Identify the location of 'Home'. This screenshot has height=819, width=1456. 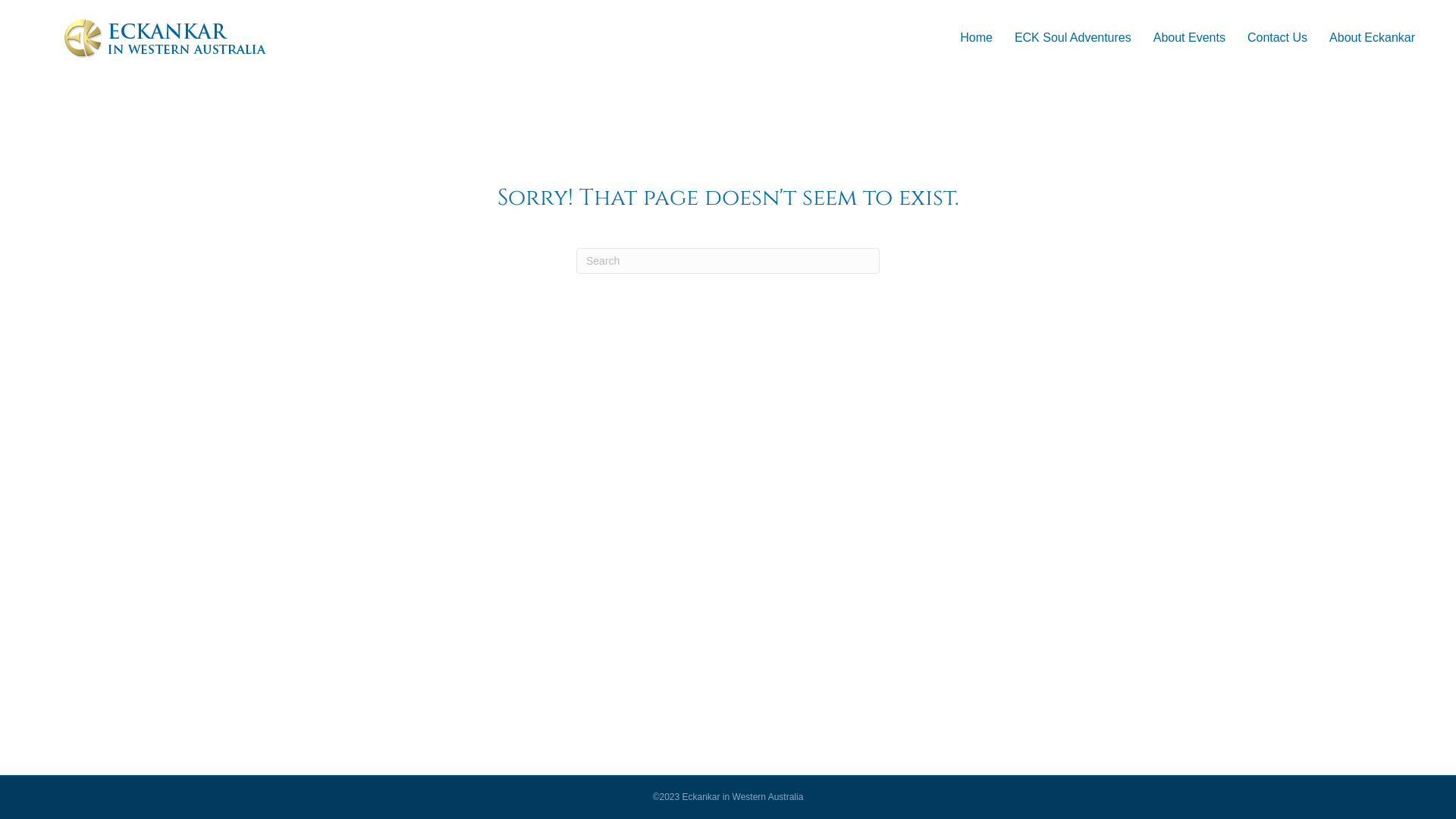
(976, 36).